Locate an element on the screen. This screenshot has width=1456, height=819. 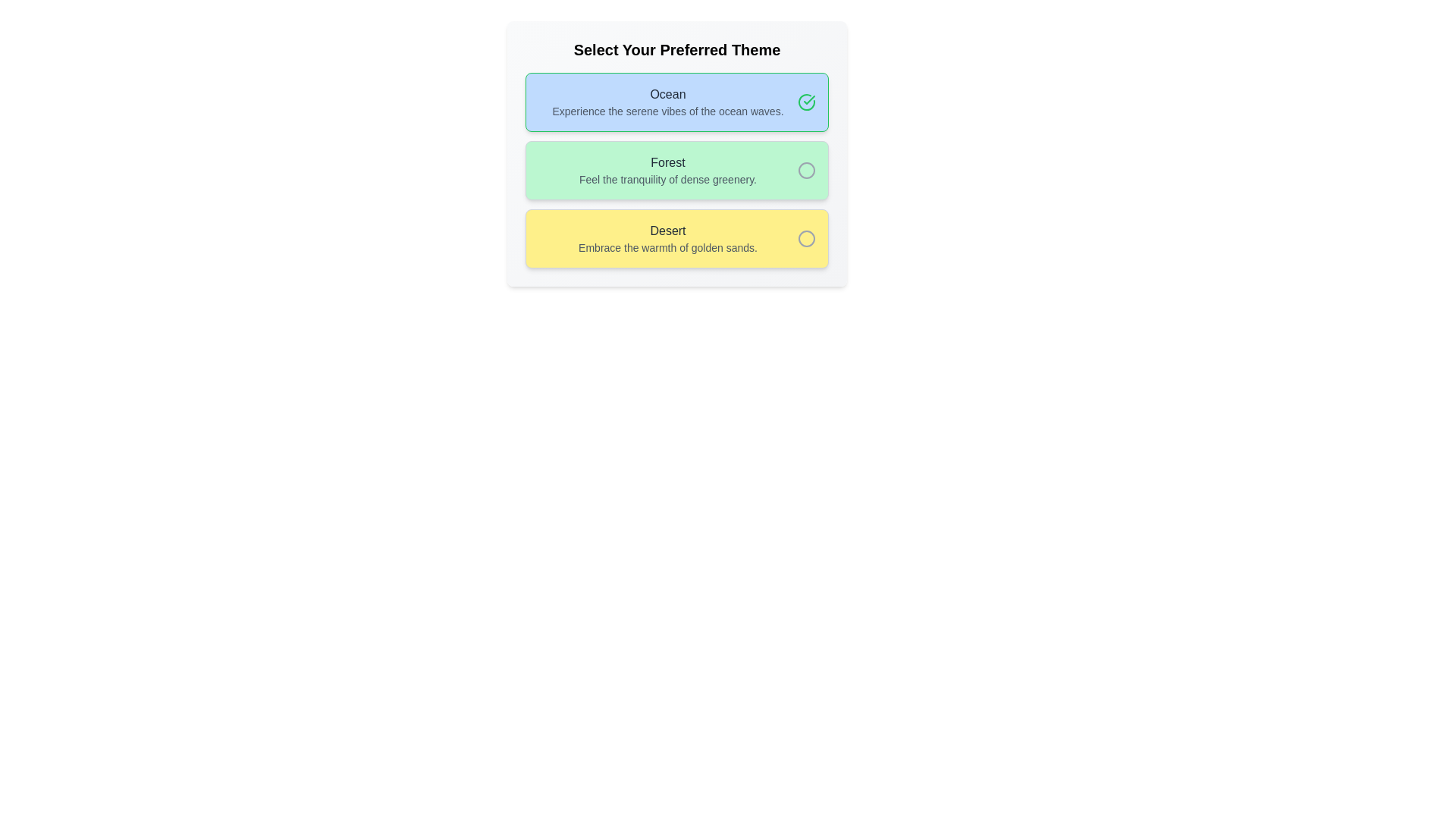
the text label at the top of the yellow highlighted card, which serves as the title for its selection option is located at coordinates (667, 231).